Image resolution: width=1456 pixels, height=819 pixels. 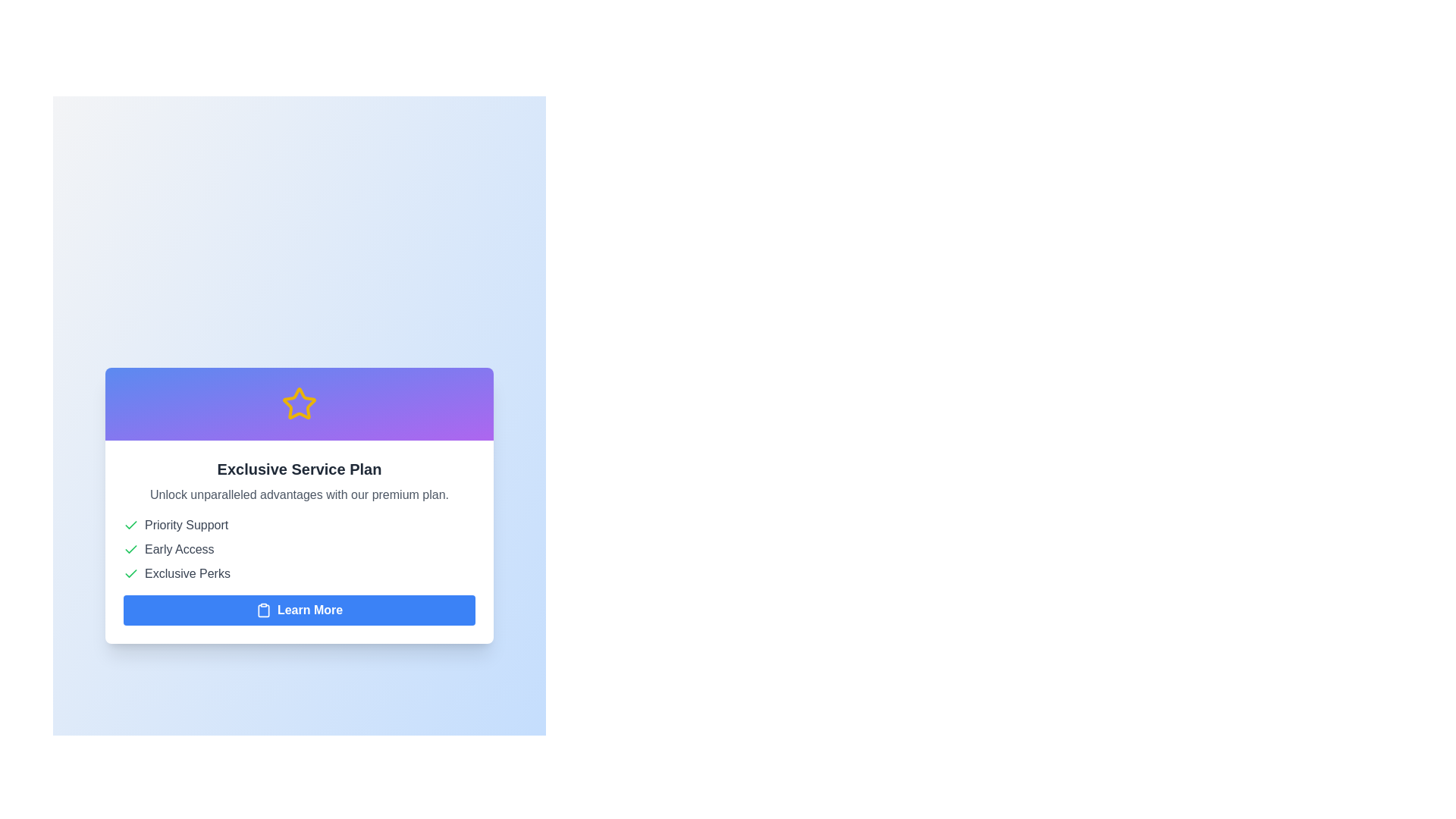 I want to click on the clipboard icon located to the left of the 'Learn More' text within the blue rectangular button at the bottom of the card, so click(x=263, y=610).